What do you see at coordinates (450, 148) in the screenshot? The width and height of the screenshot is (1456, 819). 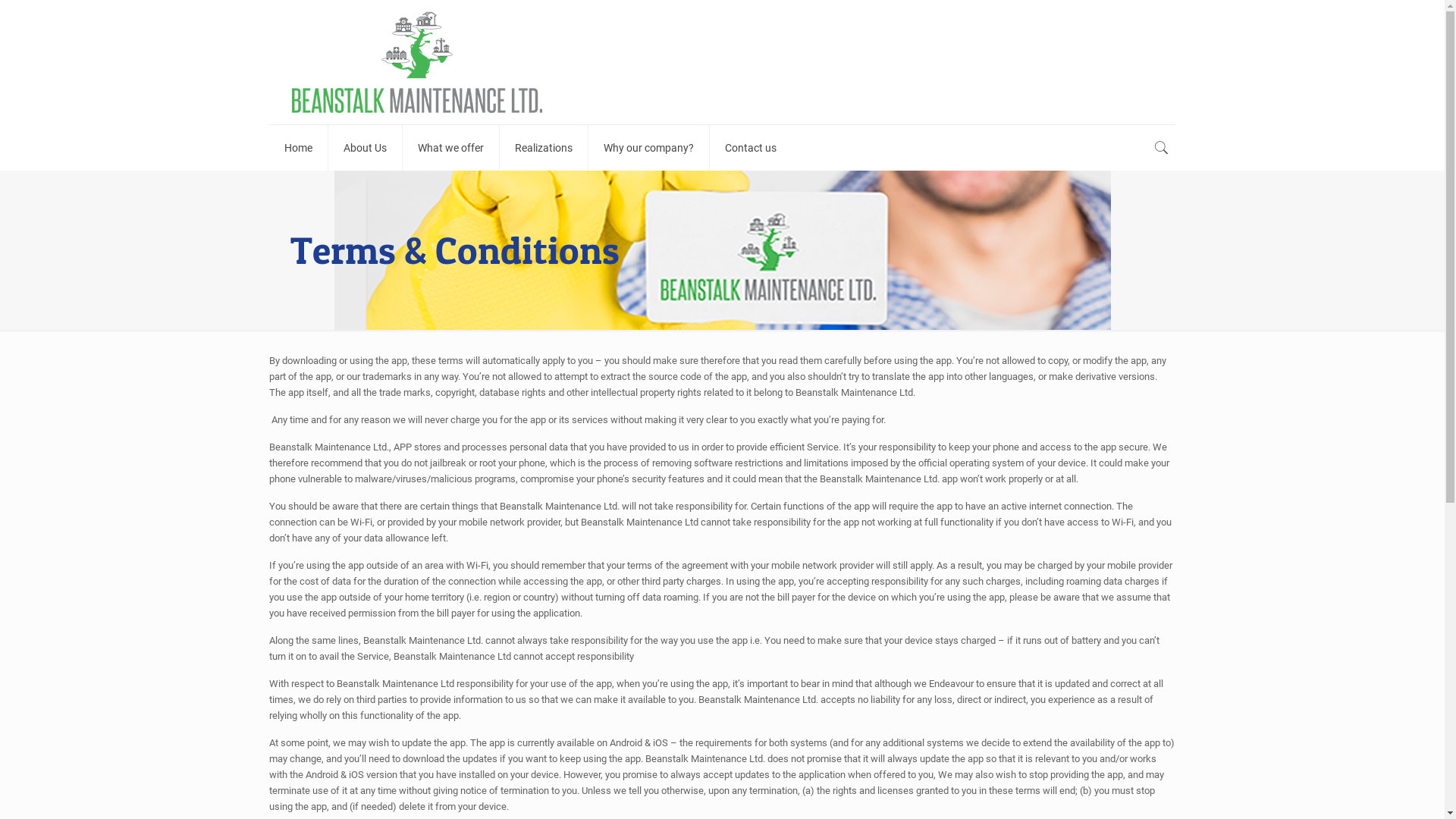 I see `'What we offer'` at bounding box center [450, 148].